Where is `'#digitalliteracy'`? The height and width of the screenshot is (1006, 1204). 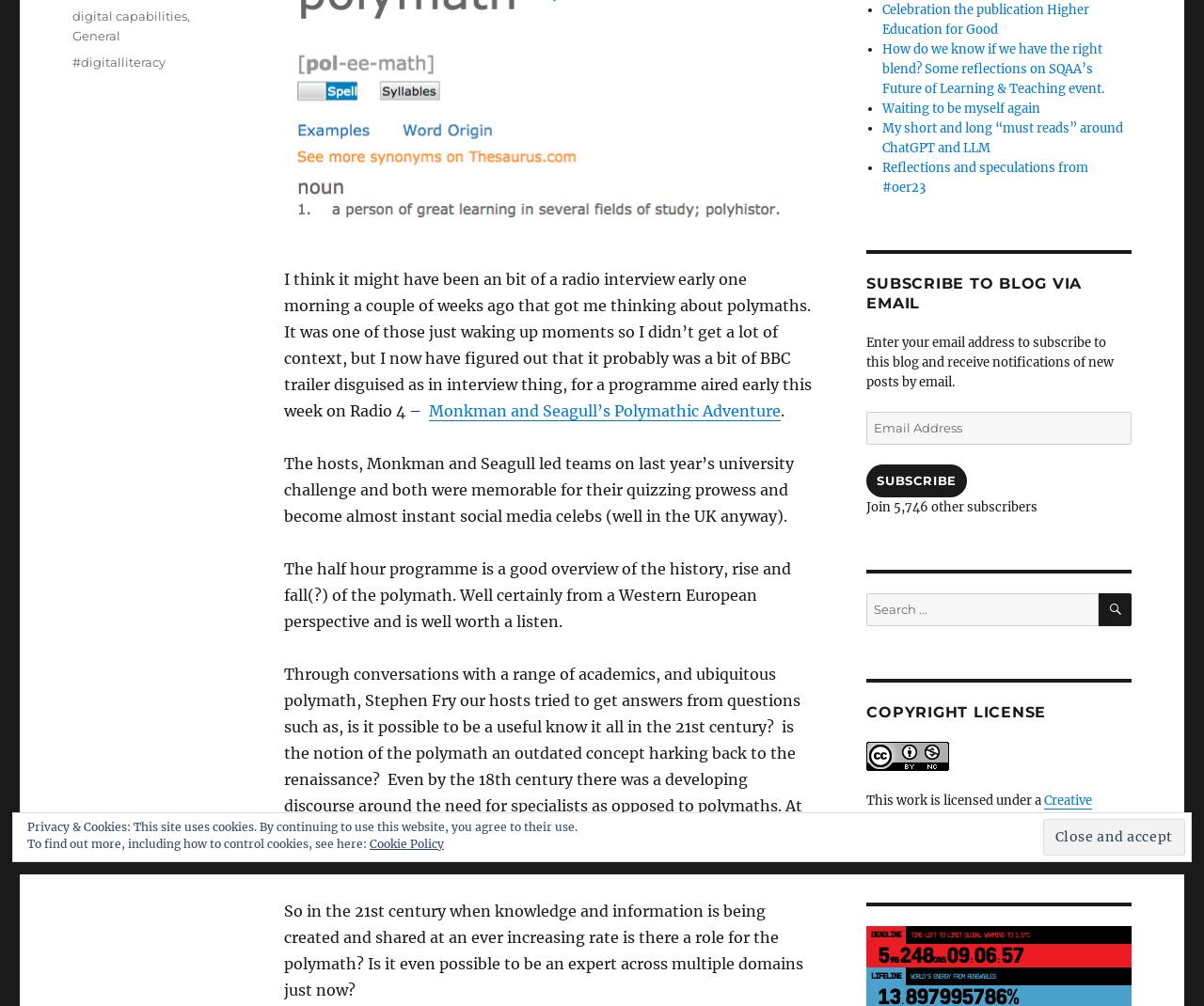
'#digitalliteracy' is located at coordinates (118, 59).